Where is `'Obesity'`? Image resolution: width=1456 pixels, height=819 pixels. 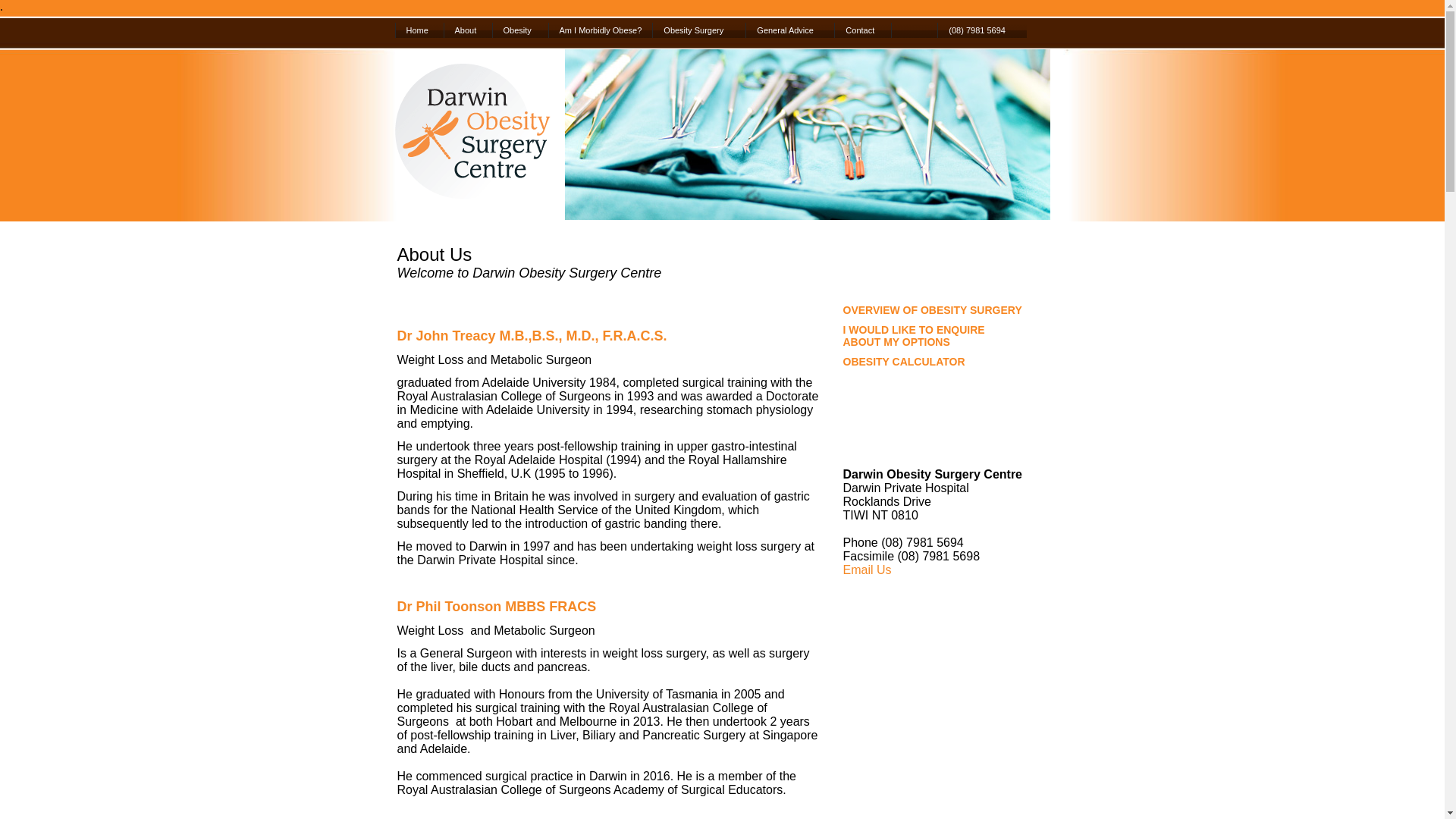
'Obesity' is located at coordinates (491, 30).